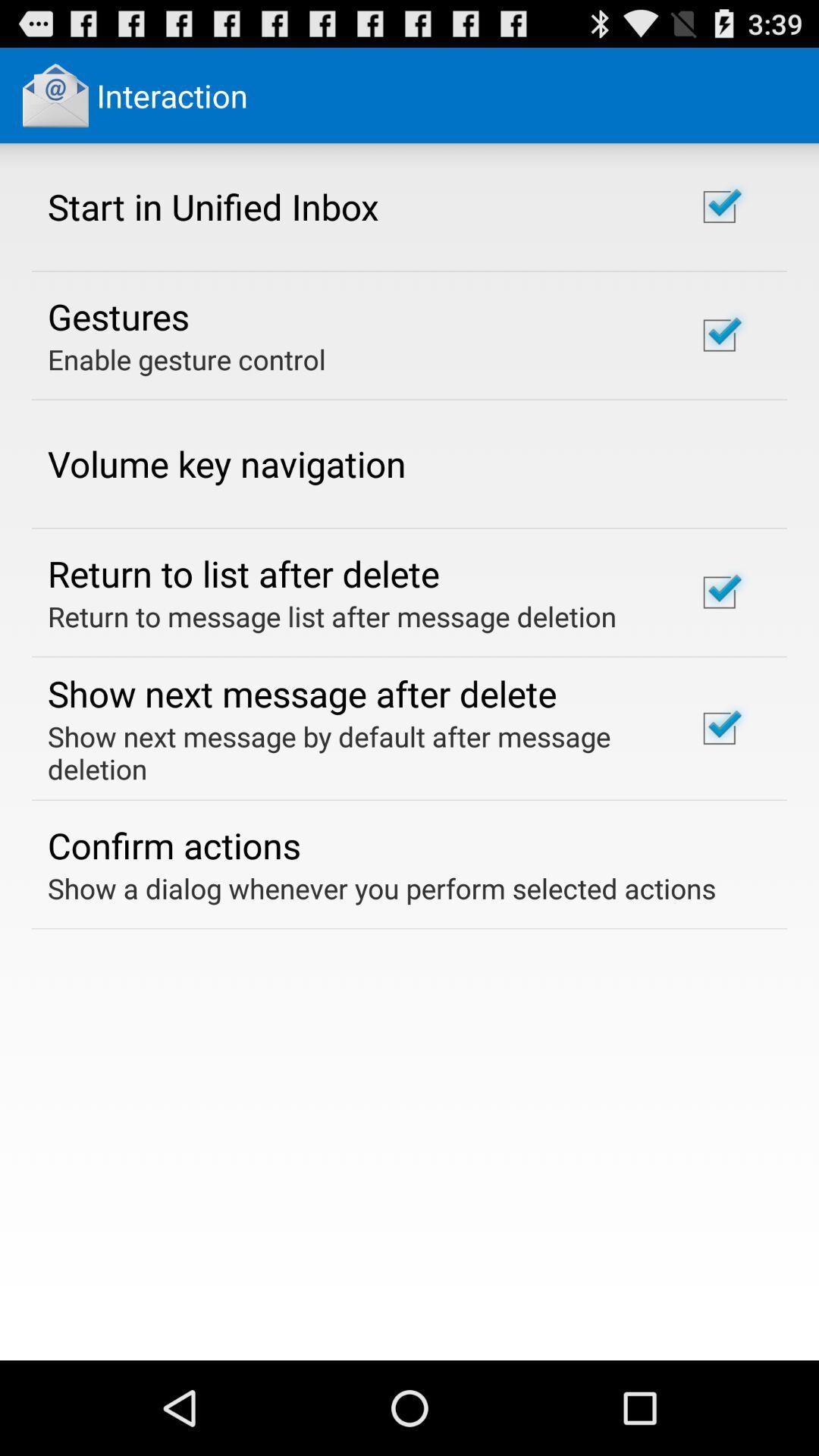  What do you see at coordinates (186, 359) in the screenshot?
I see `enable gesture control icon` at bounding box center [186, 359].